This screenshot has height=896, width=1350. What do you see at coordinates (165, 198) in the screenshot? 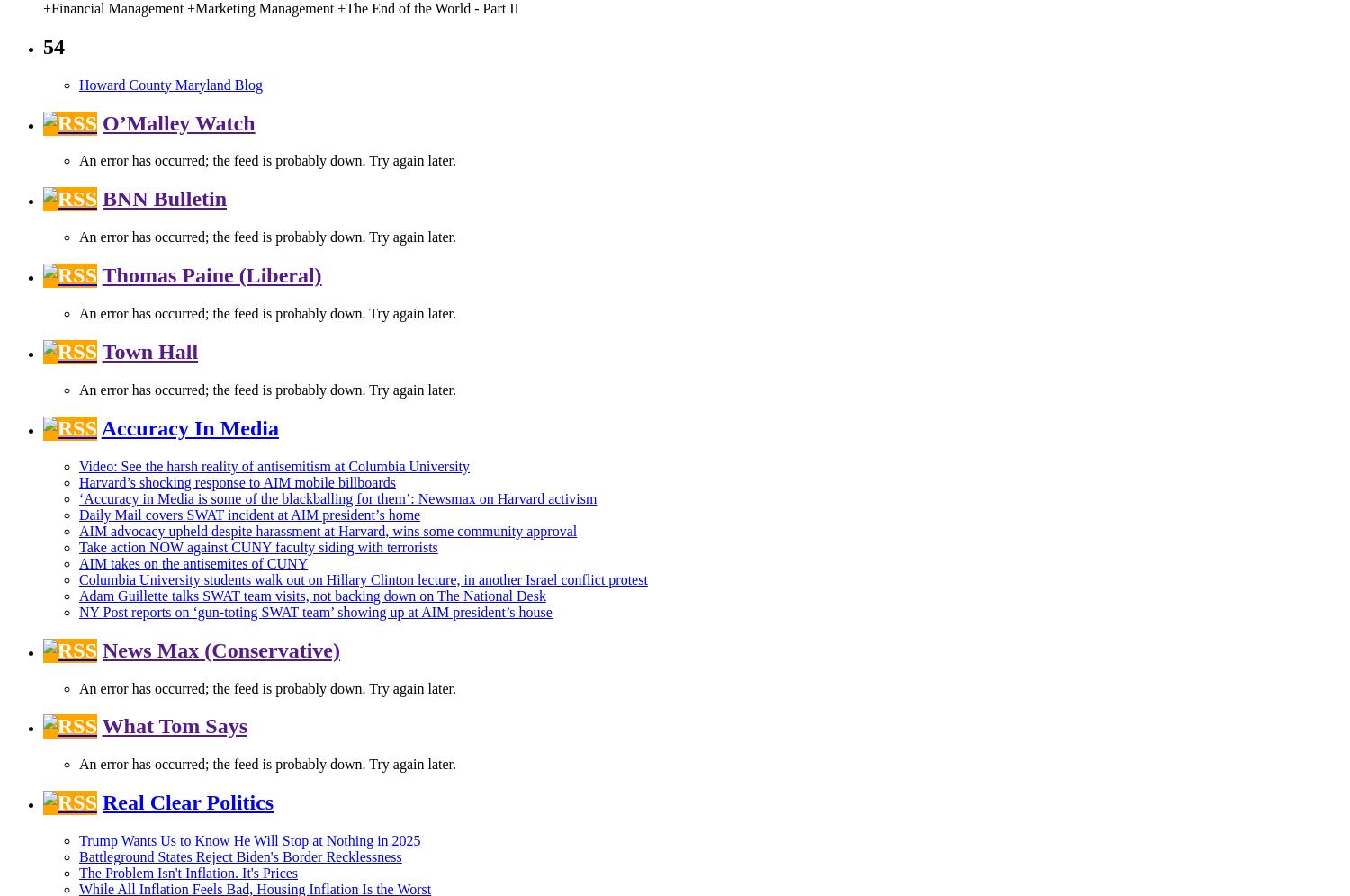
I see `'BNN Bulletin'` at bounding box center [165, 198].